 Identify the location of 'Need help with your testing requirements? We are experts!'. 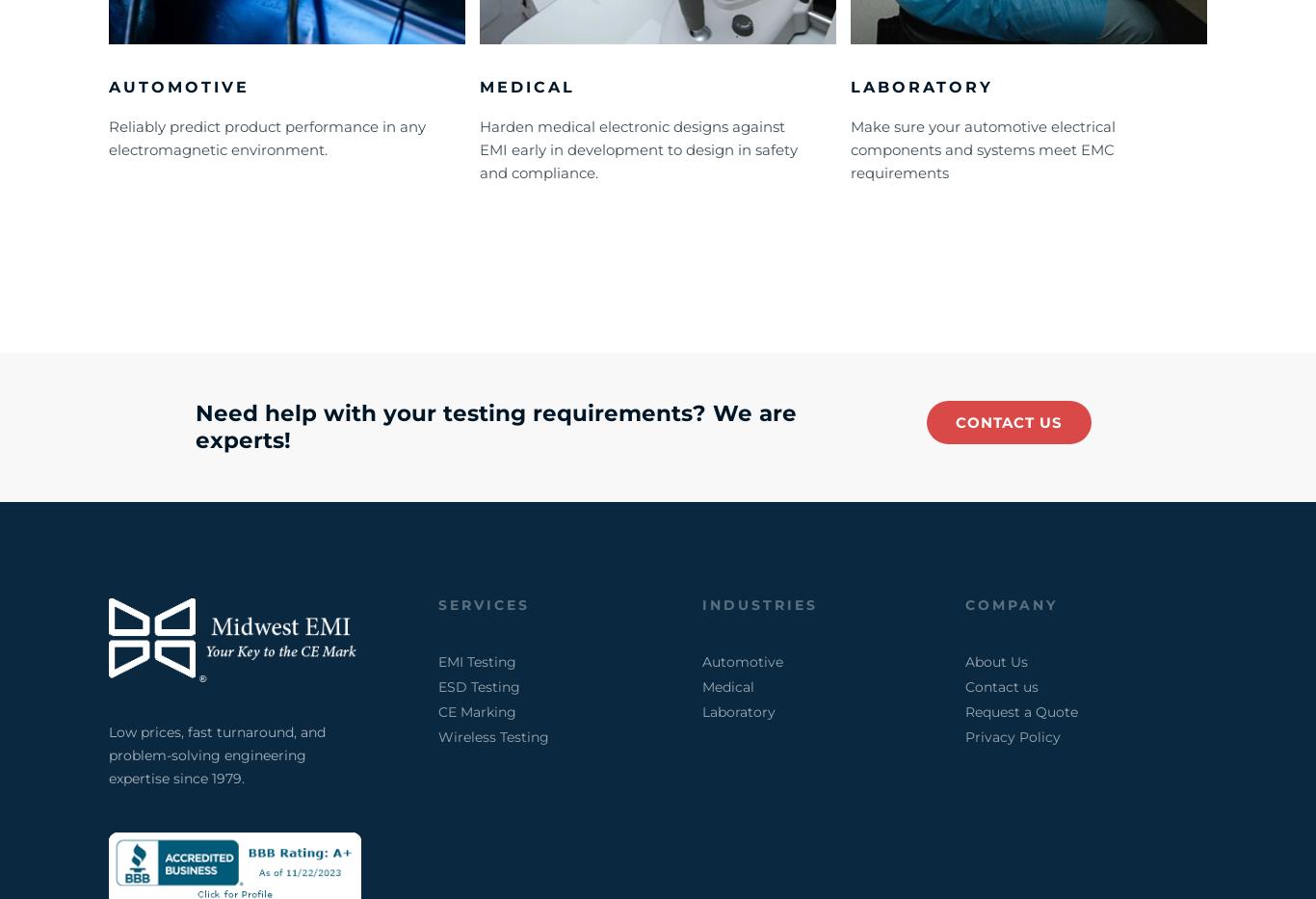
(495, 424).